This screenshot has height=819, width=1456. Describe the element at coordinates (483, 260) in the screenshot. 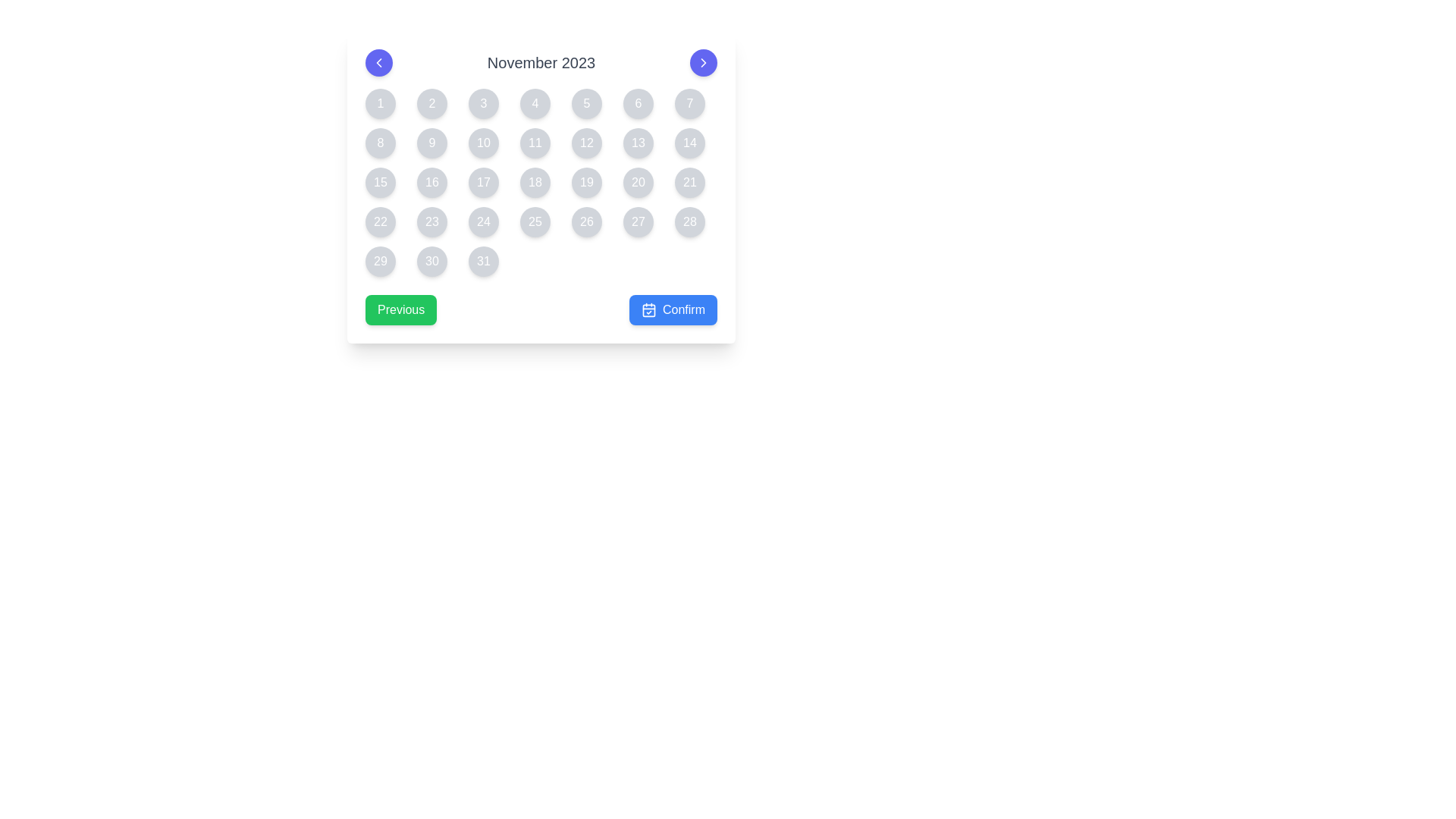

I see `the button representing the date '31' in the bottom-right corner of the calendar grid` at that location.